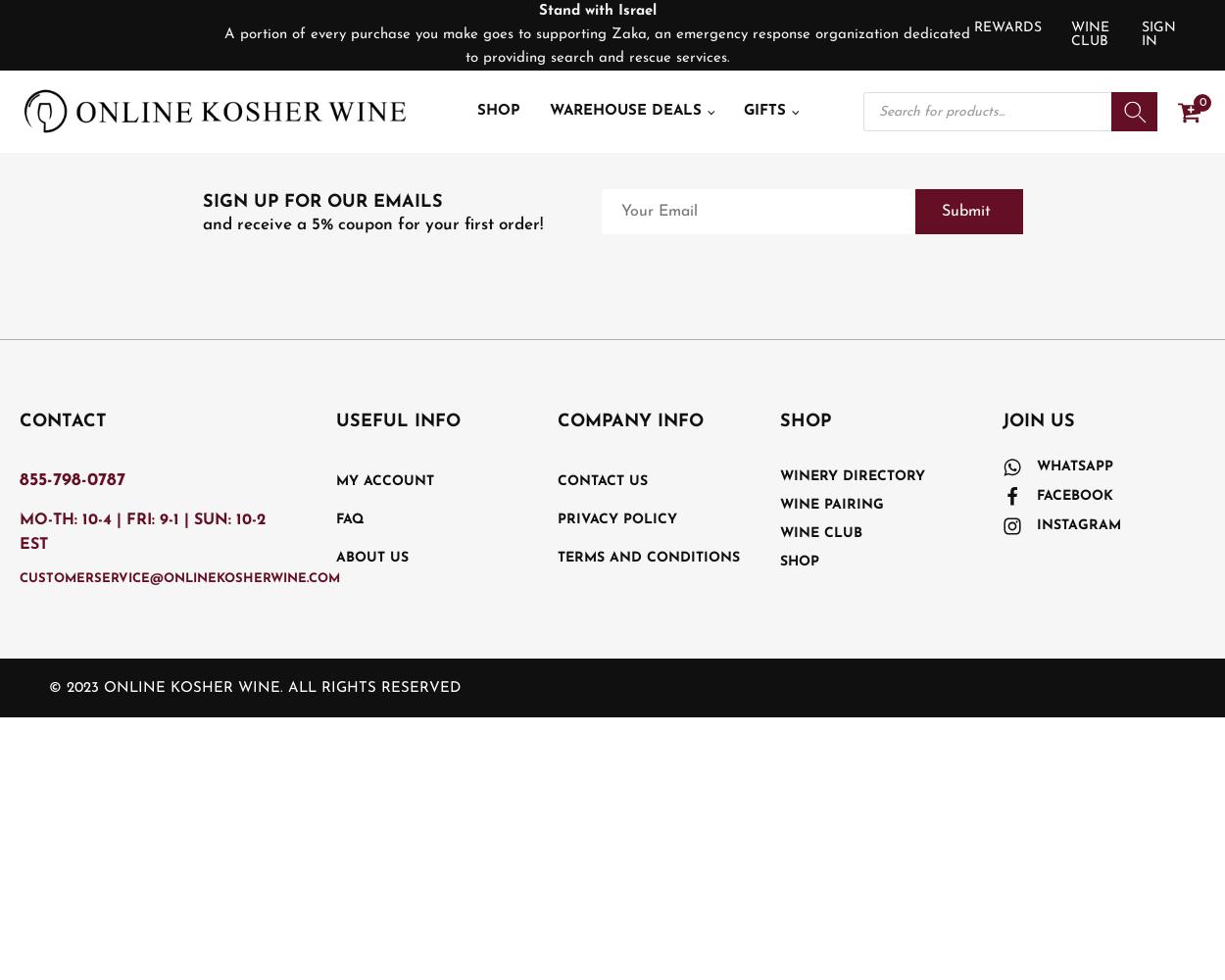  I want to click on 'SIGN IN', so click(1158, 34).